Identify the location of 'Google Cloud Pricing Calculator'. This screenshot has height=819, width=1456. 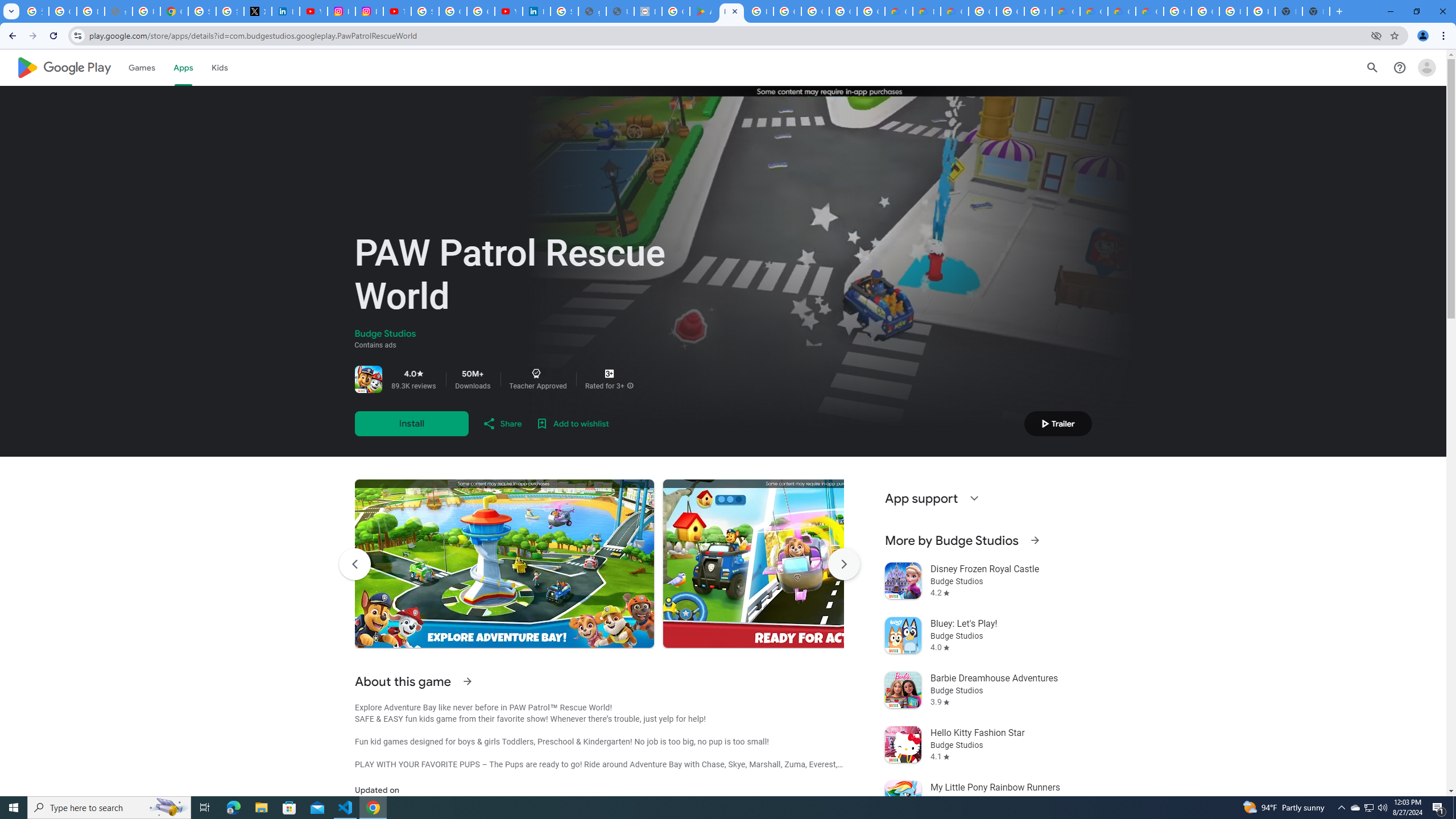
(1093, 11).